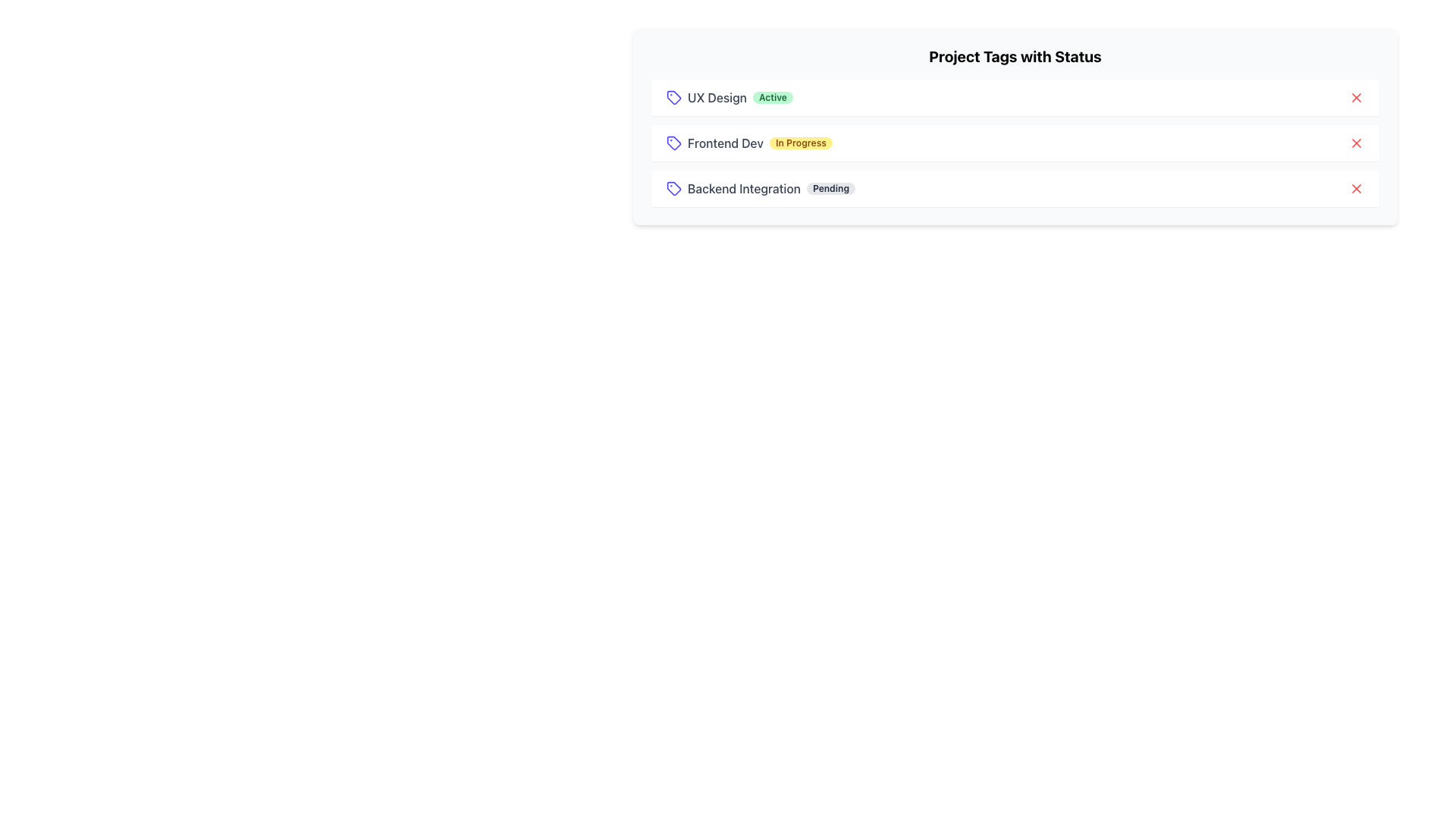 This screenshot has width=1456, height=819. What do you see at coordinates (673, 188) in the screenshot?
I see `the visual icon indicating the 'Backend Integration' item in the project statuses list, located at the far left of the row` at bounding box center [673, 188].